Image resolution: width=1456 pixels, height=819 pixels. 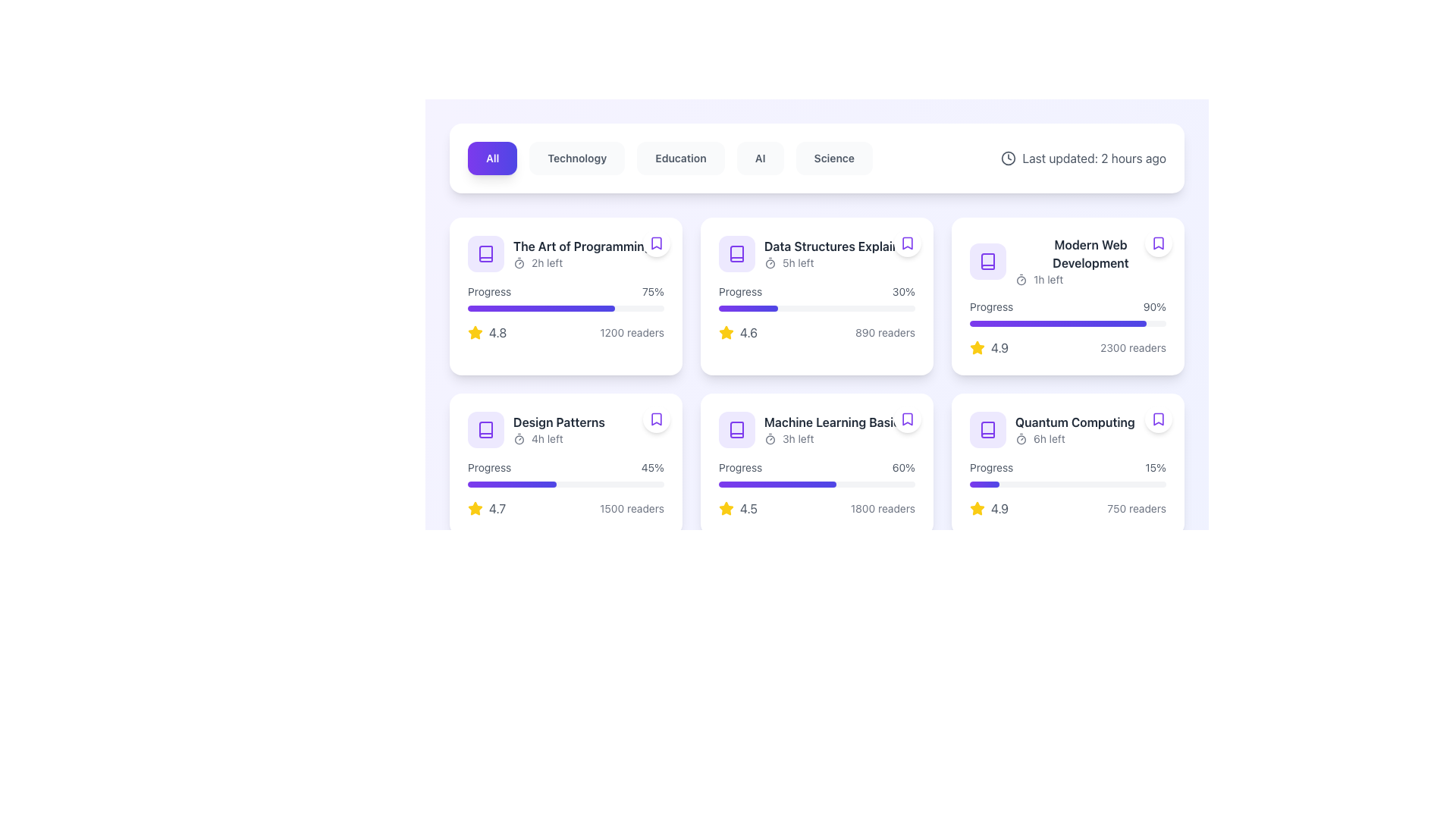 I want to click on the bookmarking icon located in the card titled 'Data Structures Explained', situated in the second column of the first row of the grid layout, so click(x=907, y=242).